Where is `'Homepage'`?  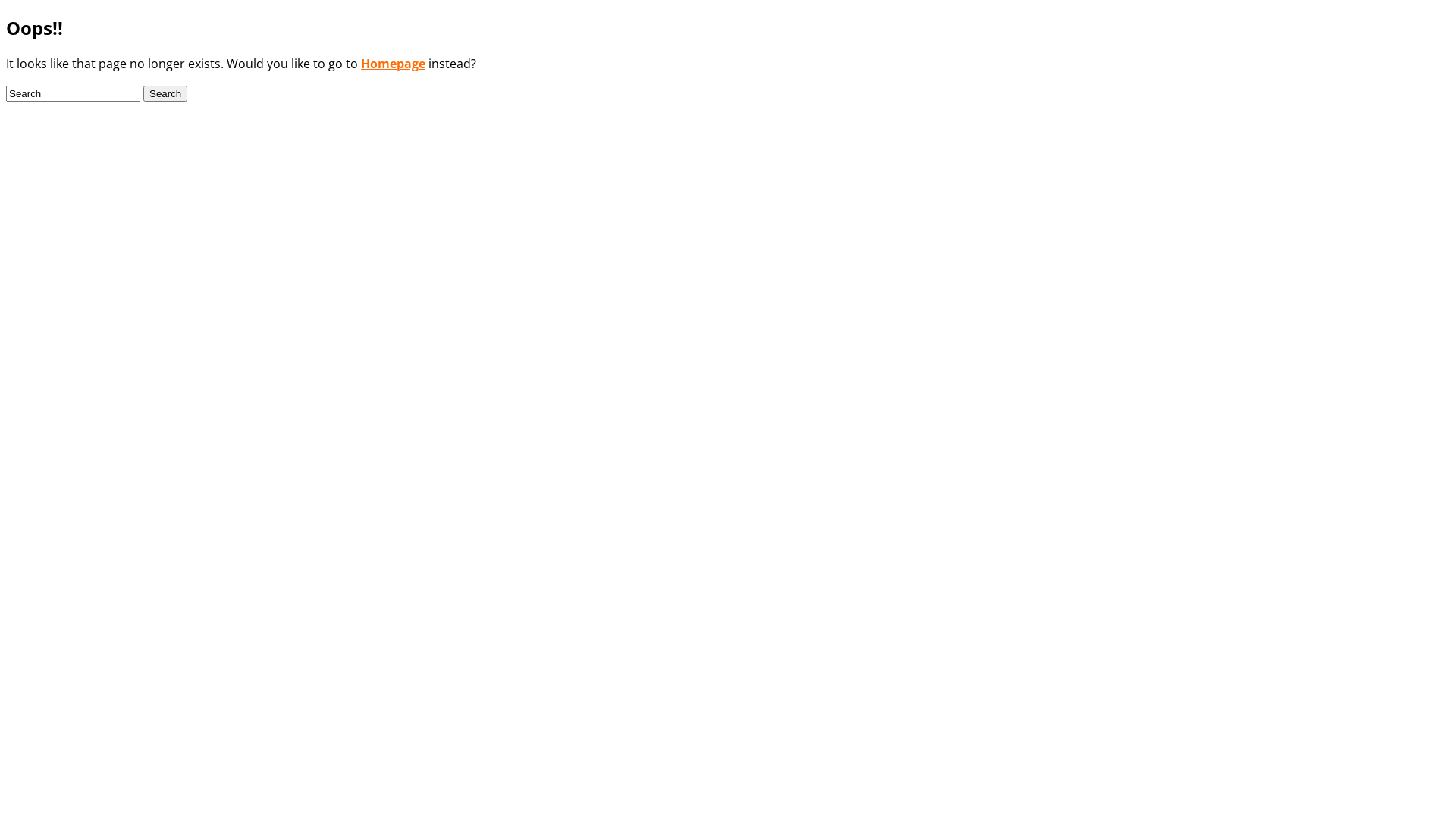 'Homepage' is located at coordinates (393, 63).